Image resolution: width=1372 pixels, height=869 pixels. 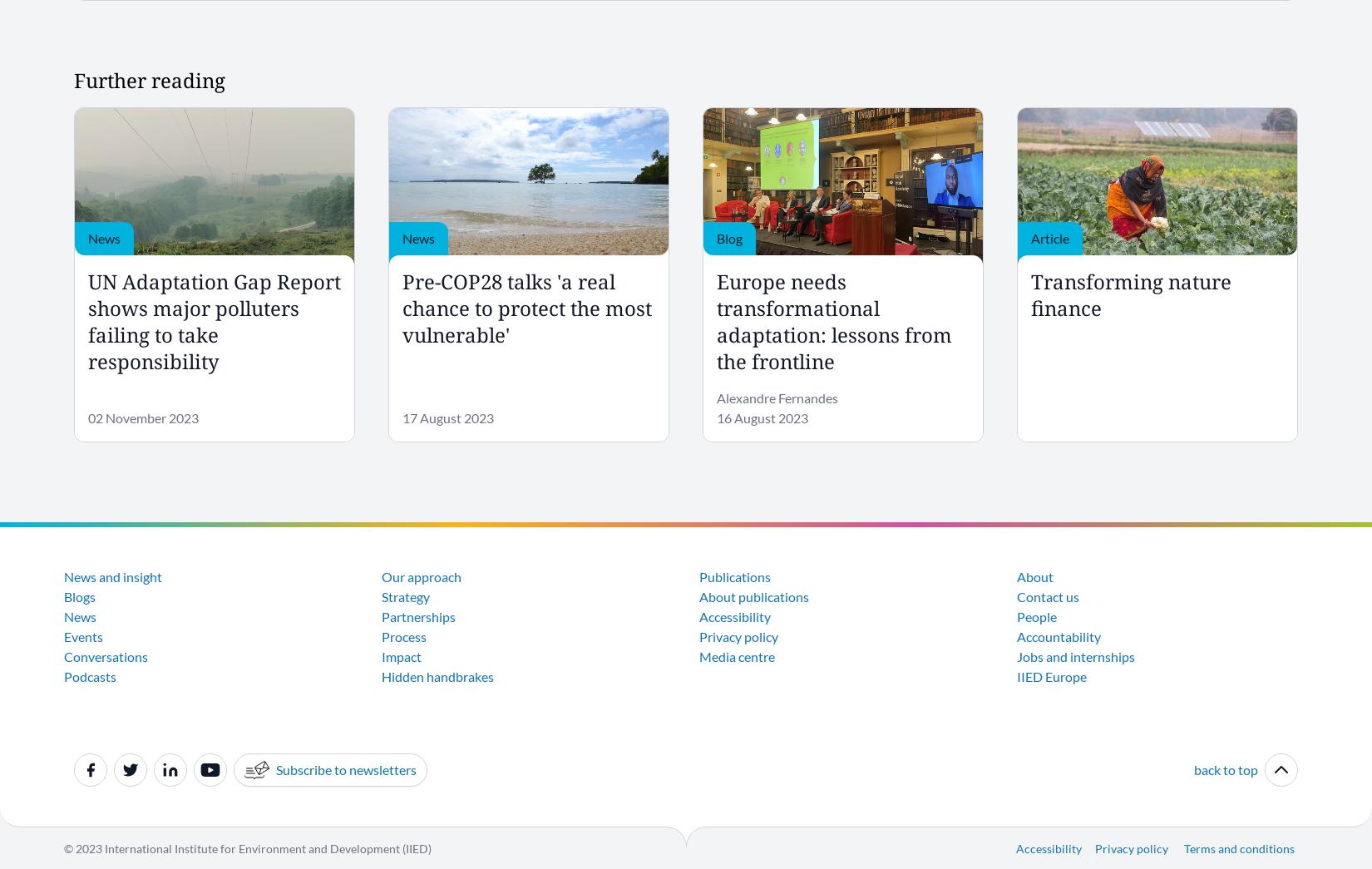 What do you see at coordinates (1016, 595) in the screenshot?
I see `'Contact us'` at bounding box center [1016, 595].